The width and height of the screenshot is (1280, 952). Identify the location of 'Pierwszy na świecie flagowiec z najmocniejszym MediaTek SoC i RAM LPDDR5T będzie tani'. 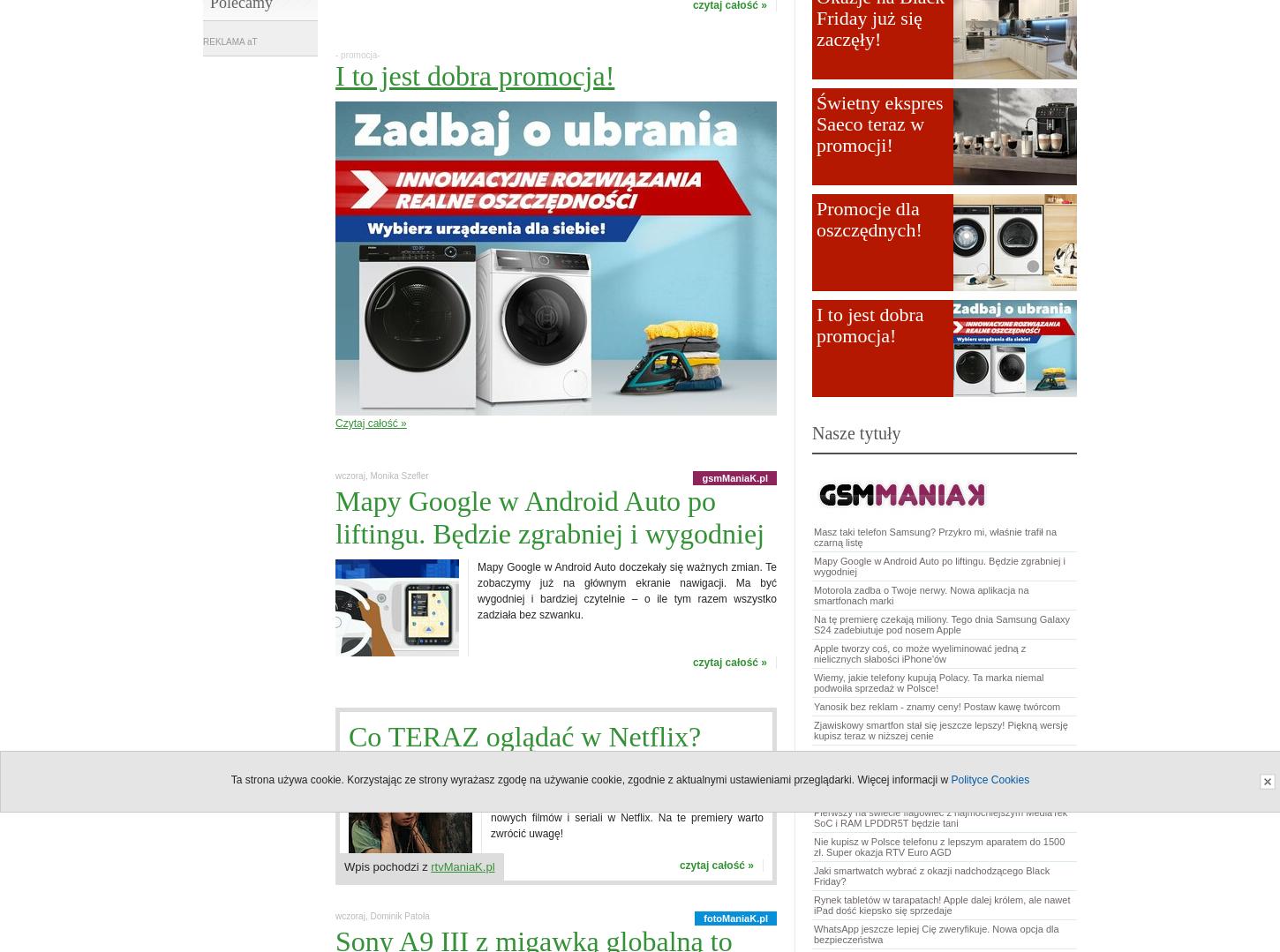
(940, 817).